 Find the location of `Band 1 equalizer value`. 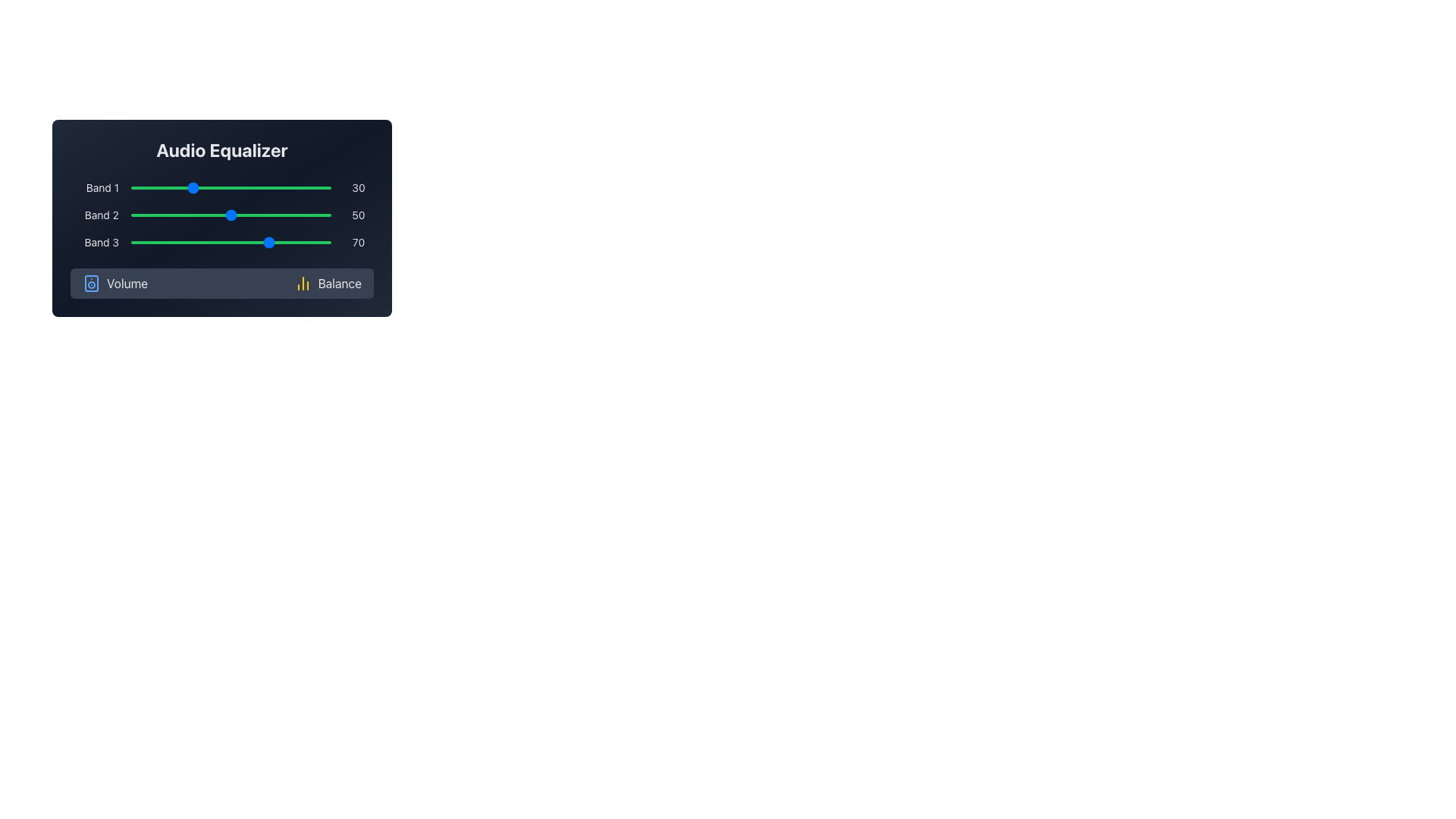

Band 1 equalizer value is located at coordinates (151, 187).